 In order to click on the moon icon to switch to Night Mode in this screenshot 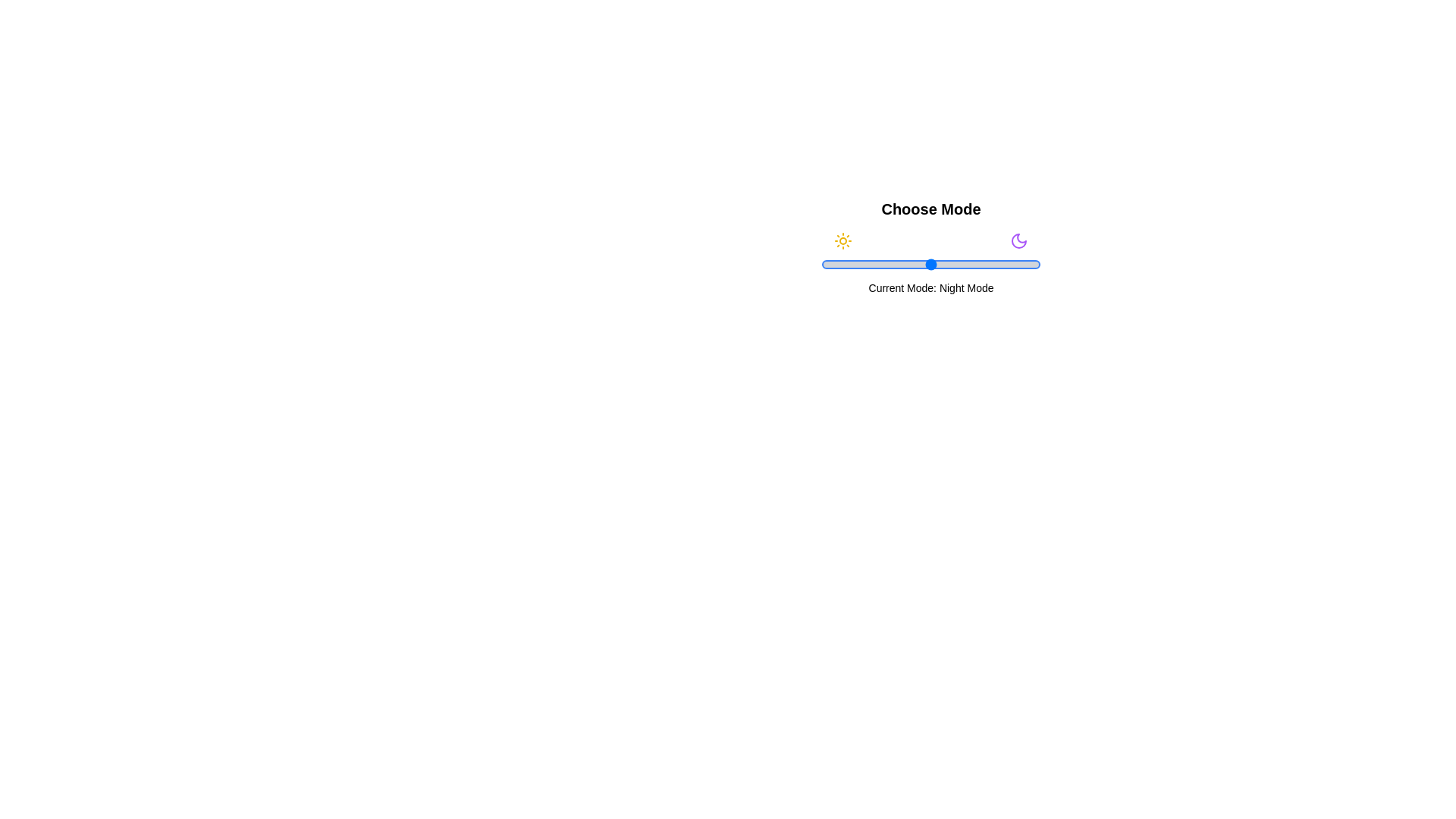, I will do `click(1019, 240)`.